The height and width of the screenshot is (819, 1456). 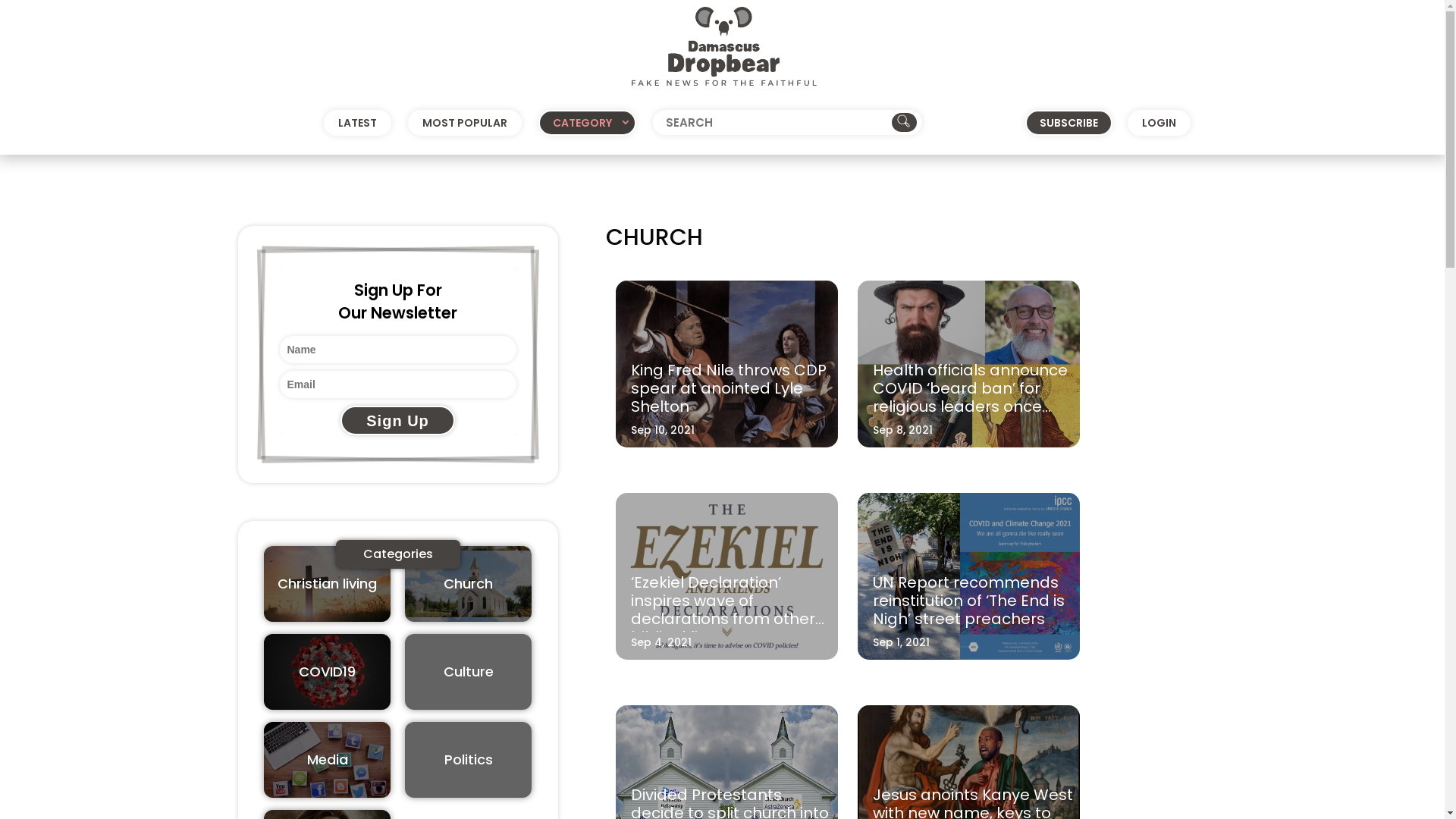 I want to click on 'Christian living', so click(x=326, y=583).